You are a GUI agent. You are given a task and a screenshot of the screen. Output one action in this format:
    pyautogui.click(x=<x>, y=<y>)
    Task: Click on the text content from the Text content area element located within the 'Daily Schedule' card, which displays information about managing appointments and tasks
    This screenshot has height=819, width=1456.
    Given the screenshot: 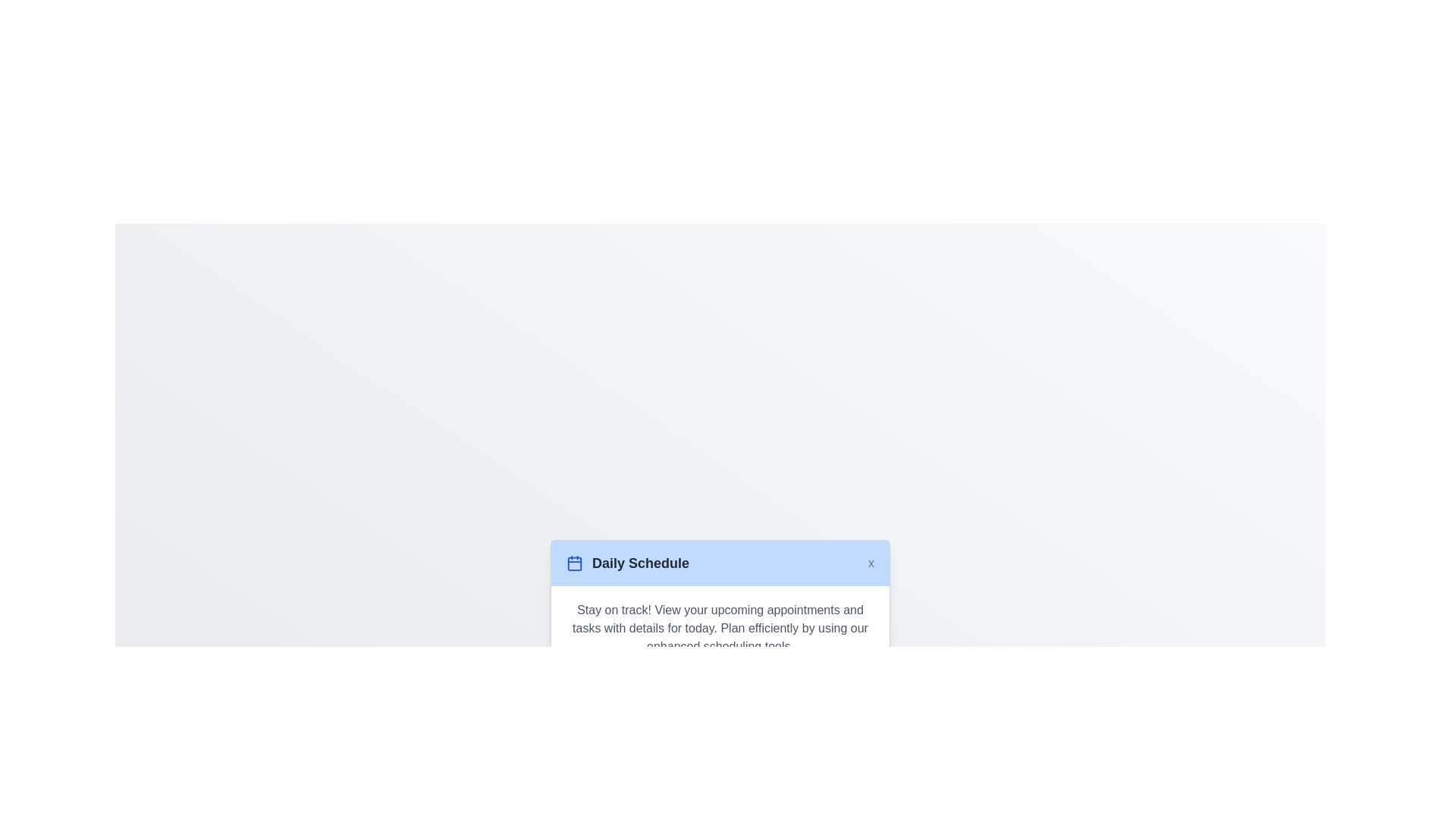 What is the action you would take?
    pyautogui.click(x=720, y=628)
    